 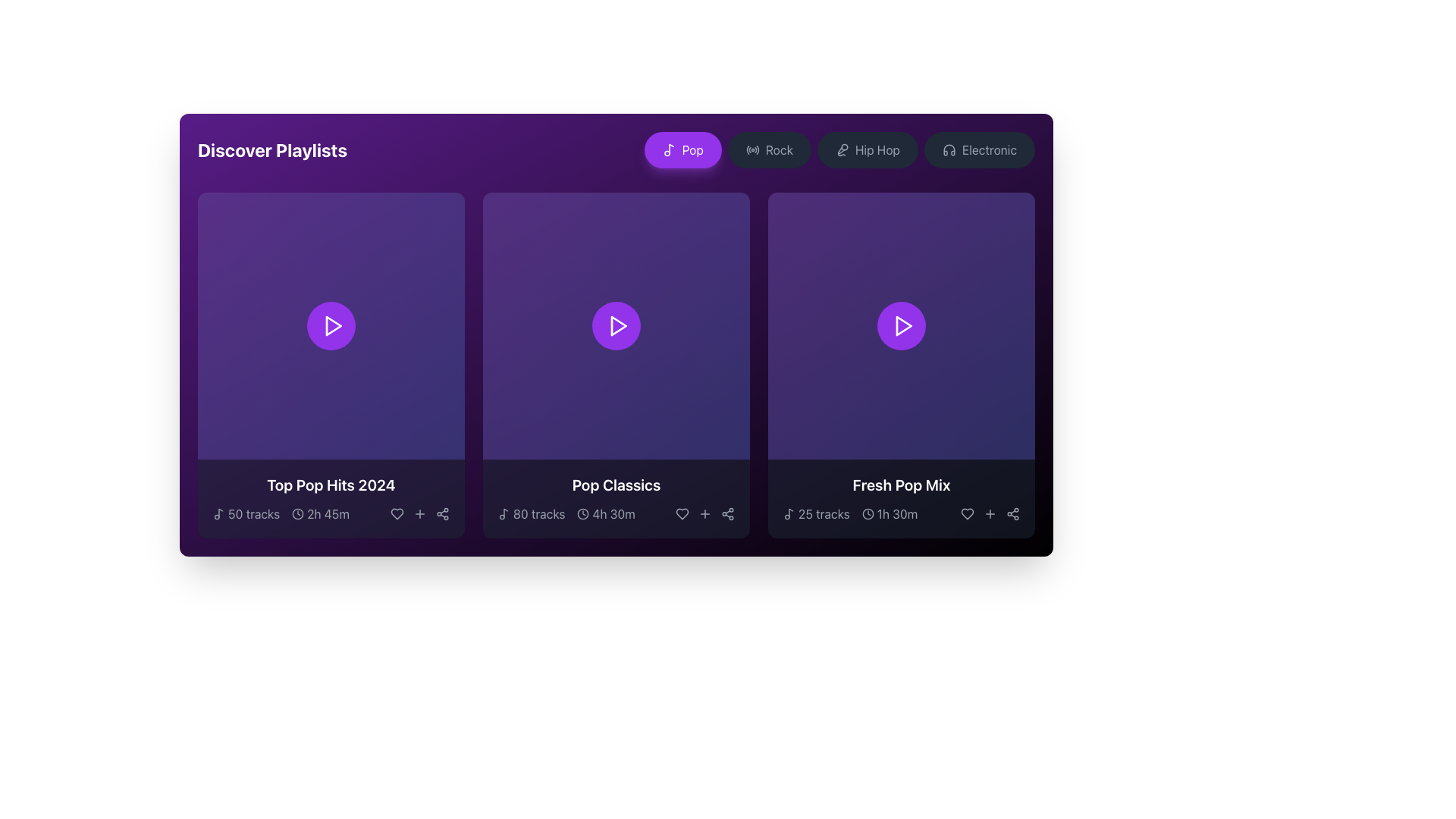 What do you see at coordinates (616, 485) in the screenshot?
I see `the playlist title text label located slightly above the bottom edge of the middle card in a three-card layout, which serves to identify the content of the card and may have interactive options` at bounding box center [616, 485].